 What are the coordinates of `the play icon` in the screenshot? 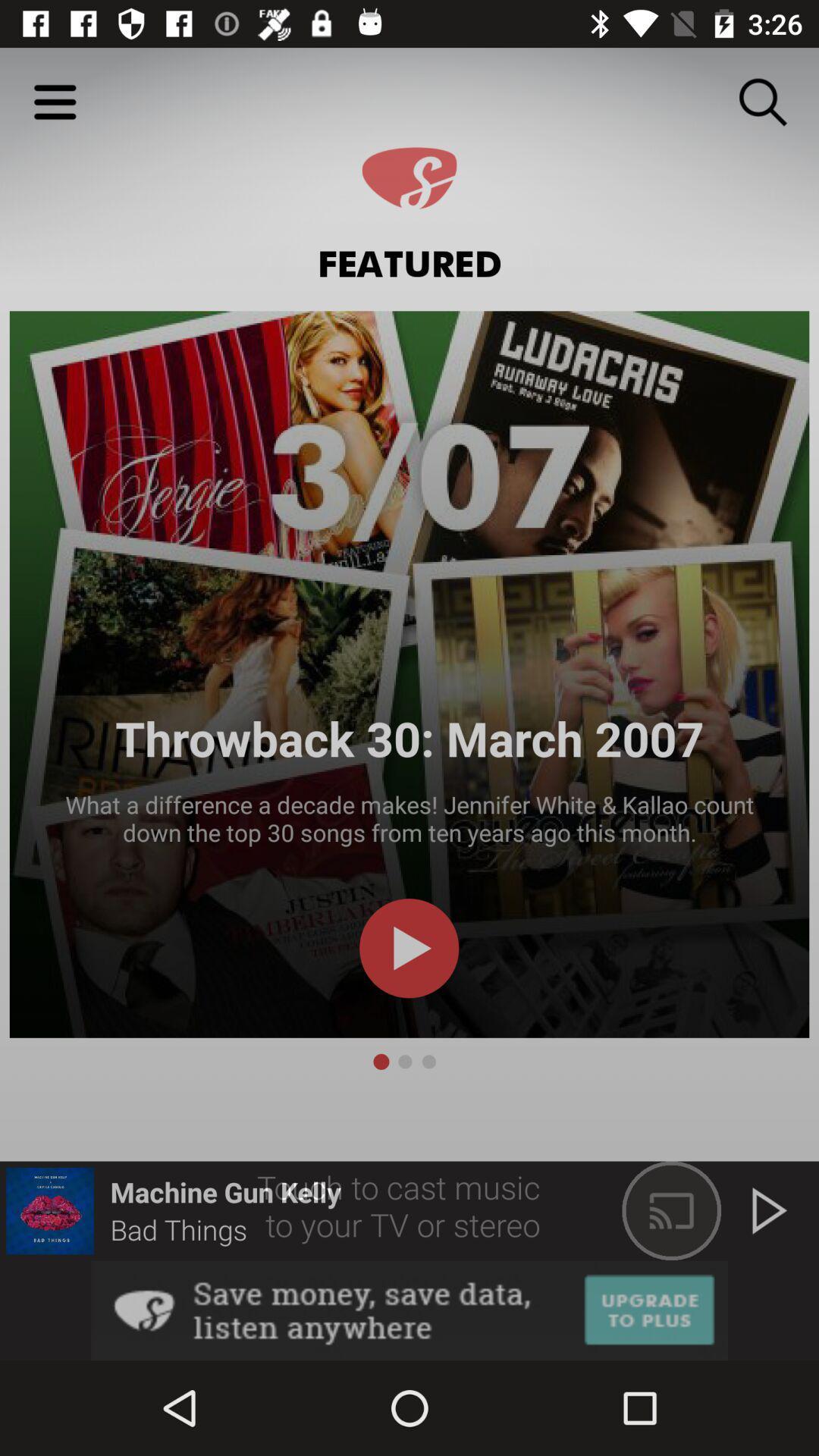 It's located at (769, 1210).